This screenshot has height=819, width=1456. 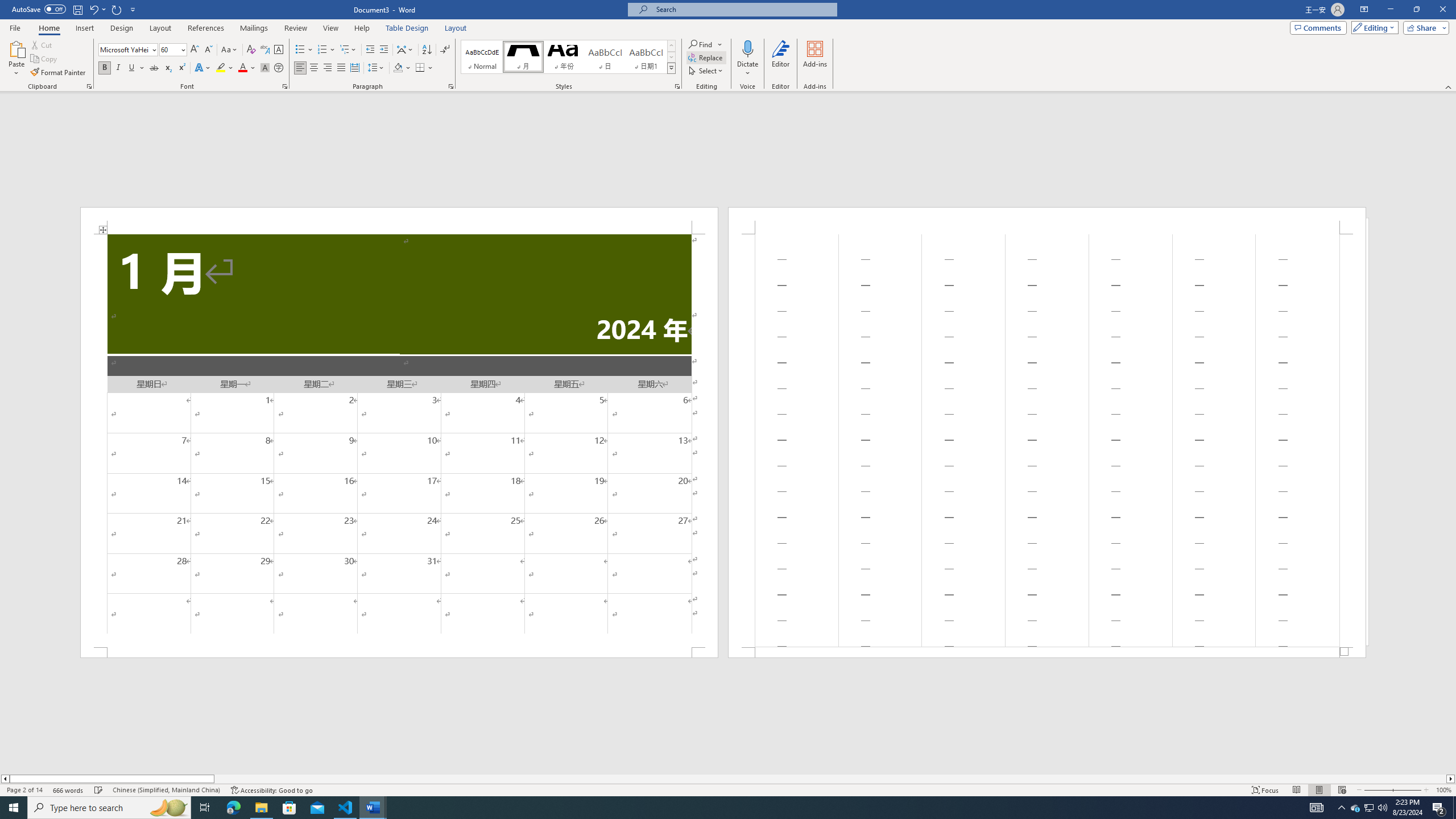 I want to click on 'Enclose Characters...', so click(x=278, y=67).